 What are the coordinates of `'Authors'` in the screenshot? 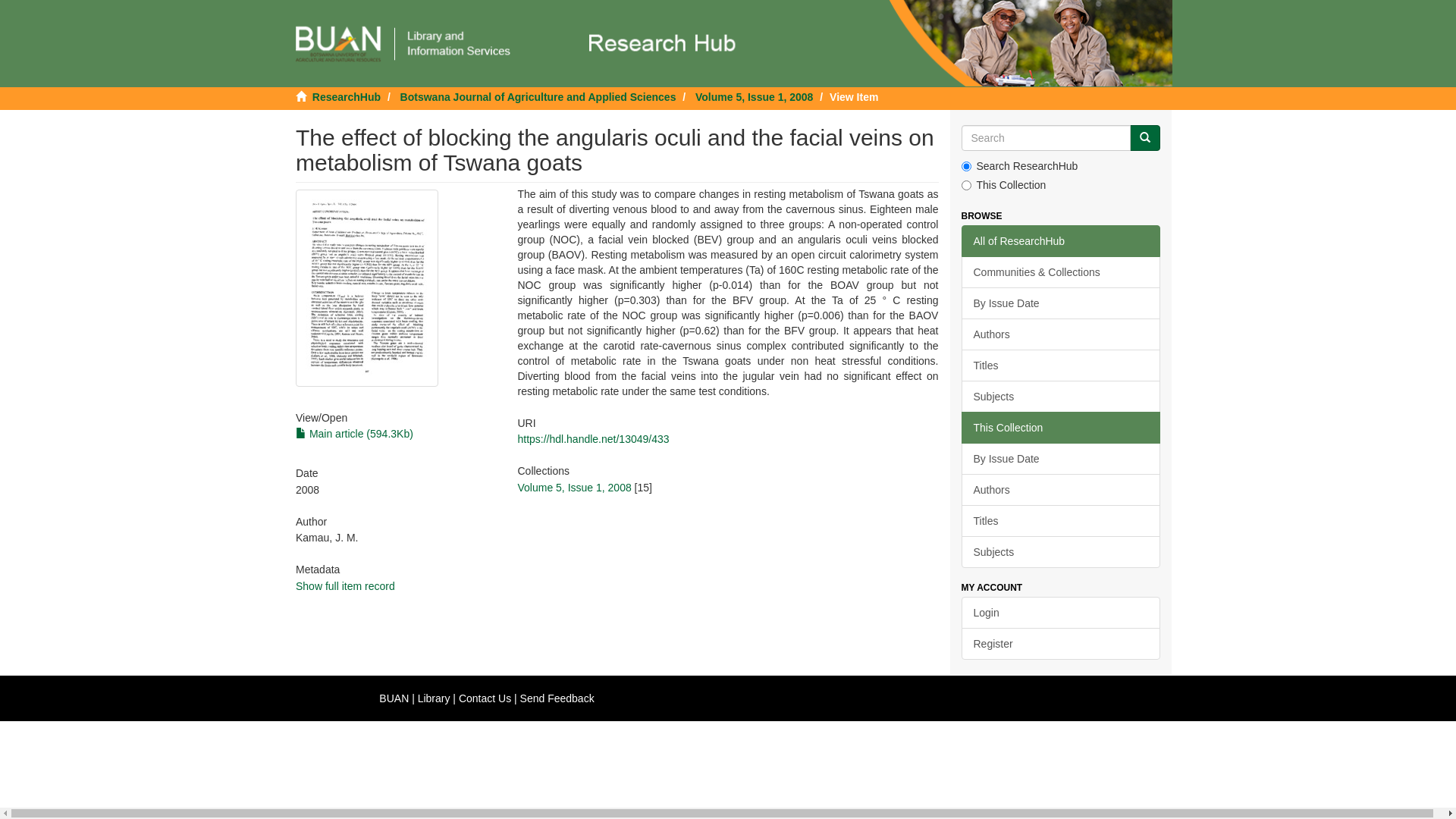 It's located at (1060, 333).